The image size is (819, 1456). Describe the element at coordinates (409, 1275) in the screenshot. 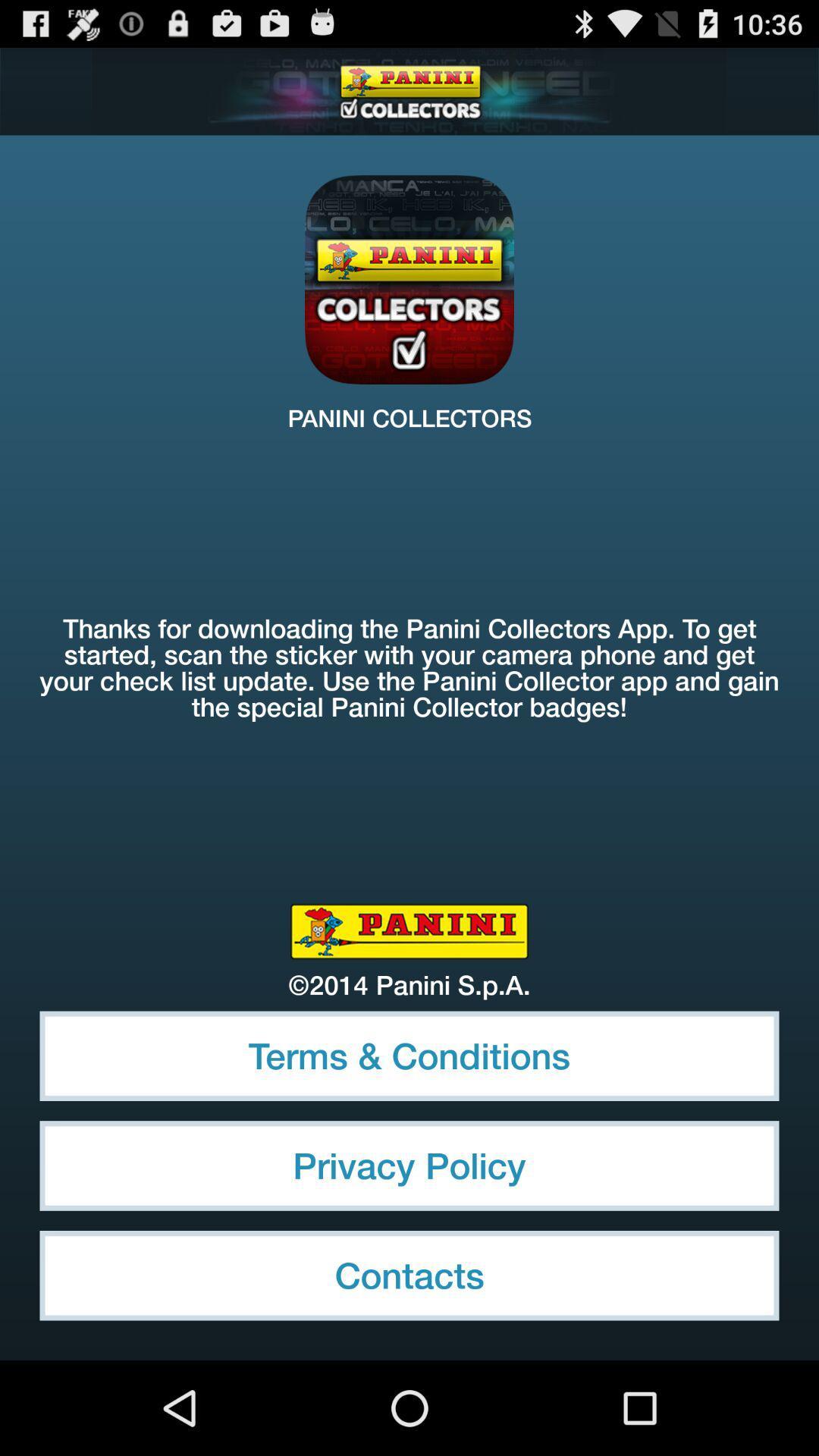

I see `the item below privacy policy icon` at that location.